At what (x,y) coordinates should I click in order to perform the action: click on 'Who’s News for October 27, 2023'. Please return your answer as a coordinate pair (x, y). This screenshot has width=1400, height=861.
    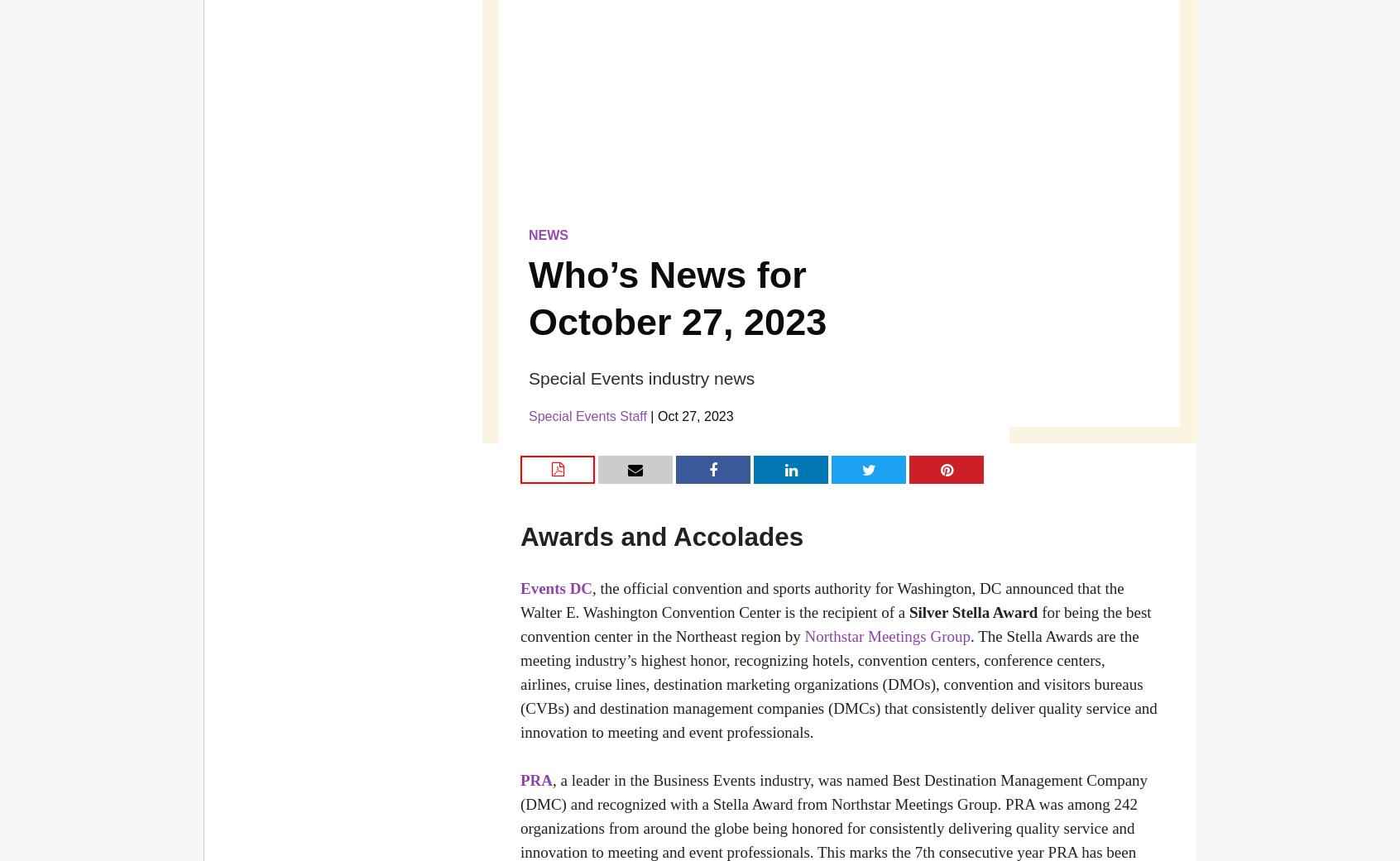
    Looking at the image, I should click on (677, 297).